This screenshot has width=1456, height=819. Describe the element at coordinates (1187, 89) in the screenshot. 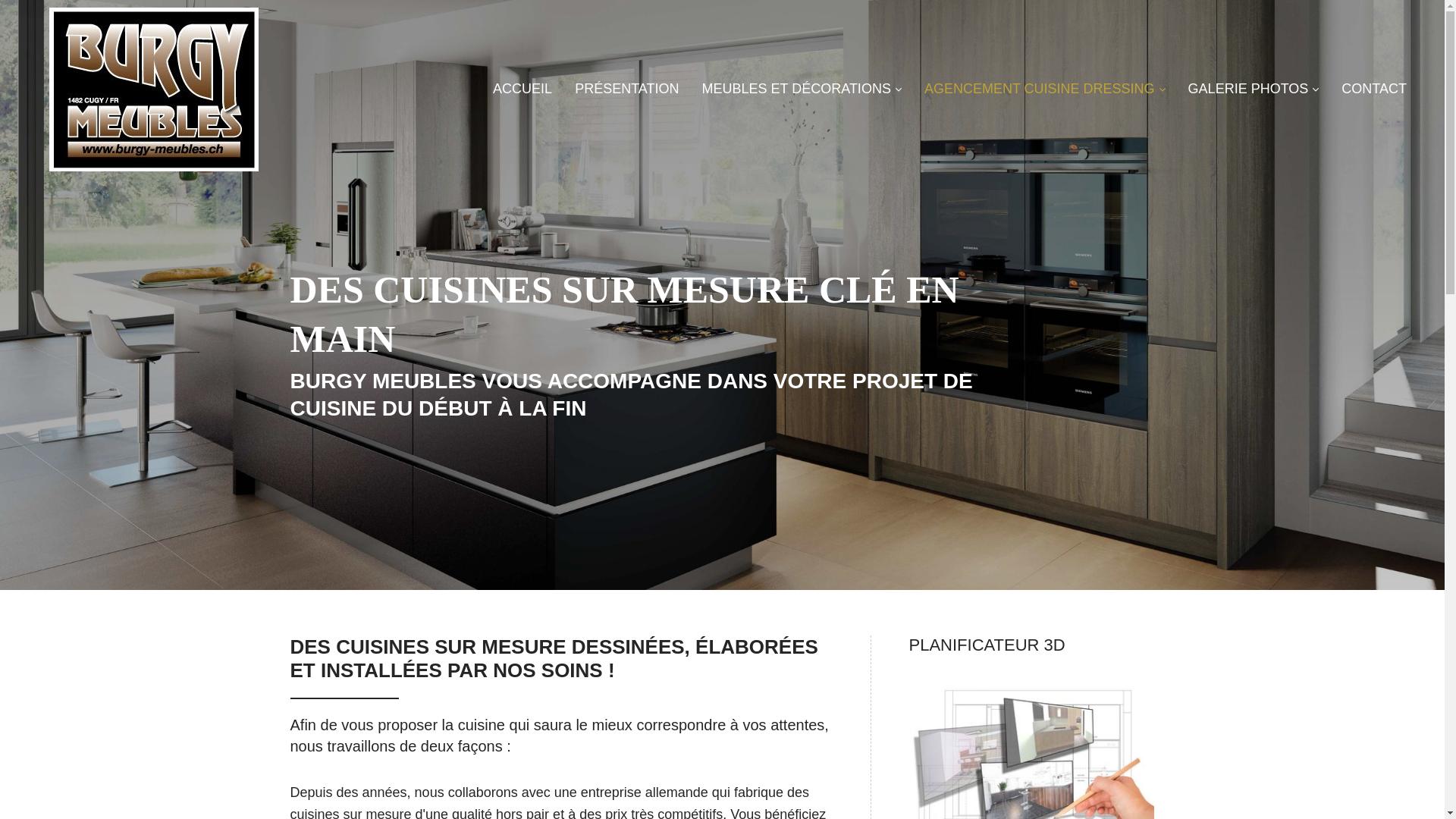

I see `'GALERIE PHOTOS'` at that location.